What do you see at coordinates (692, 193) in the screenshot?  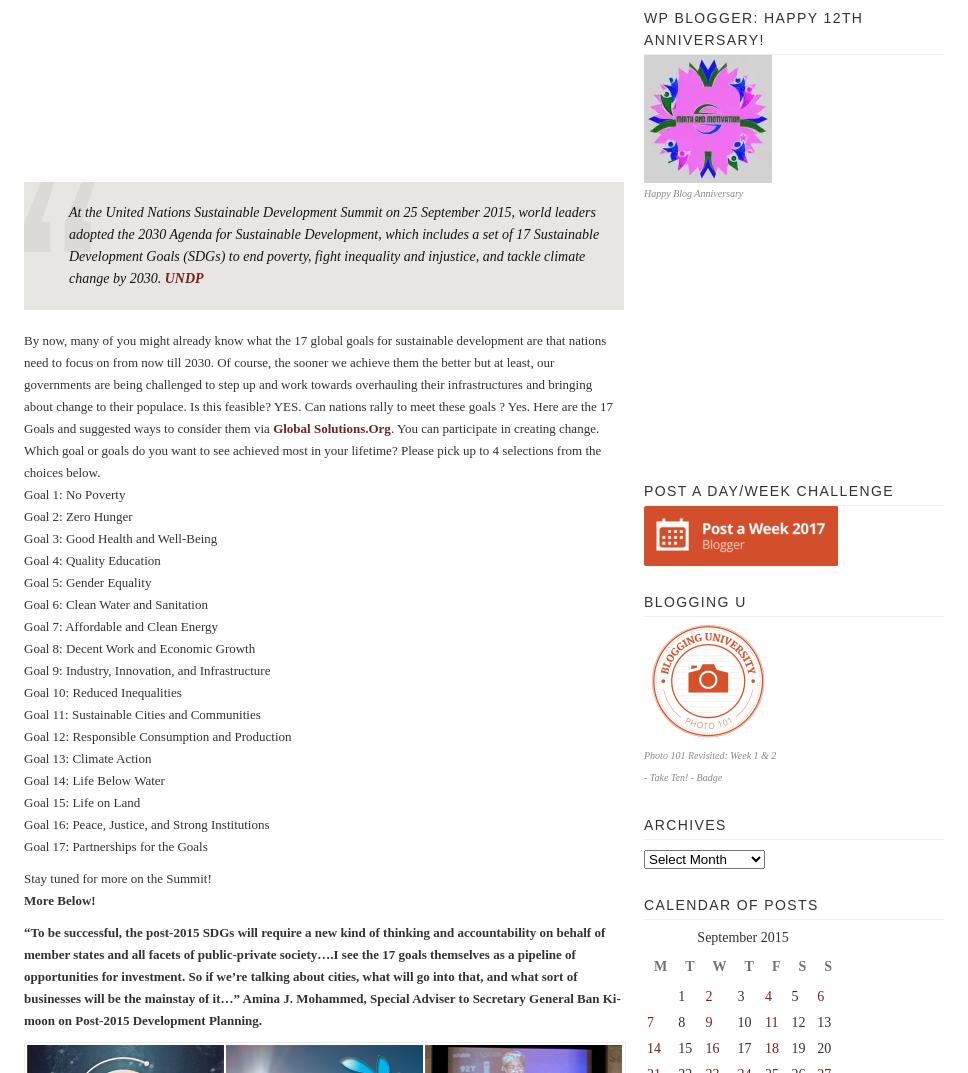 I see `'Happy Blog Anniversary'` at bounding box center [692, 193].